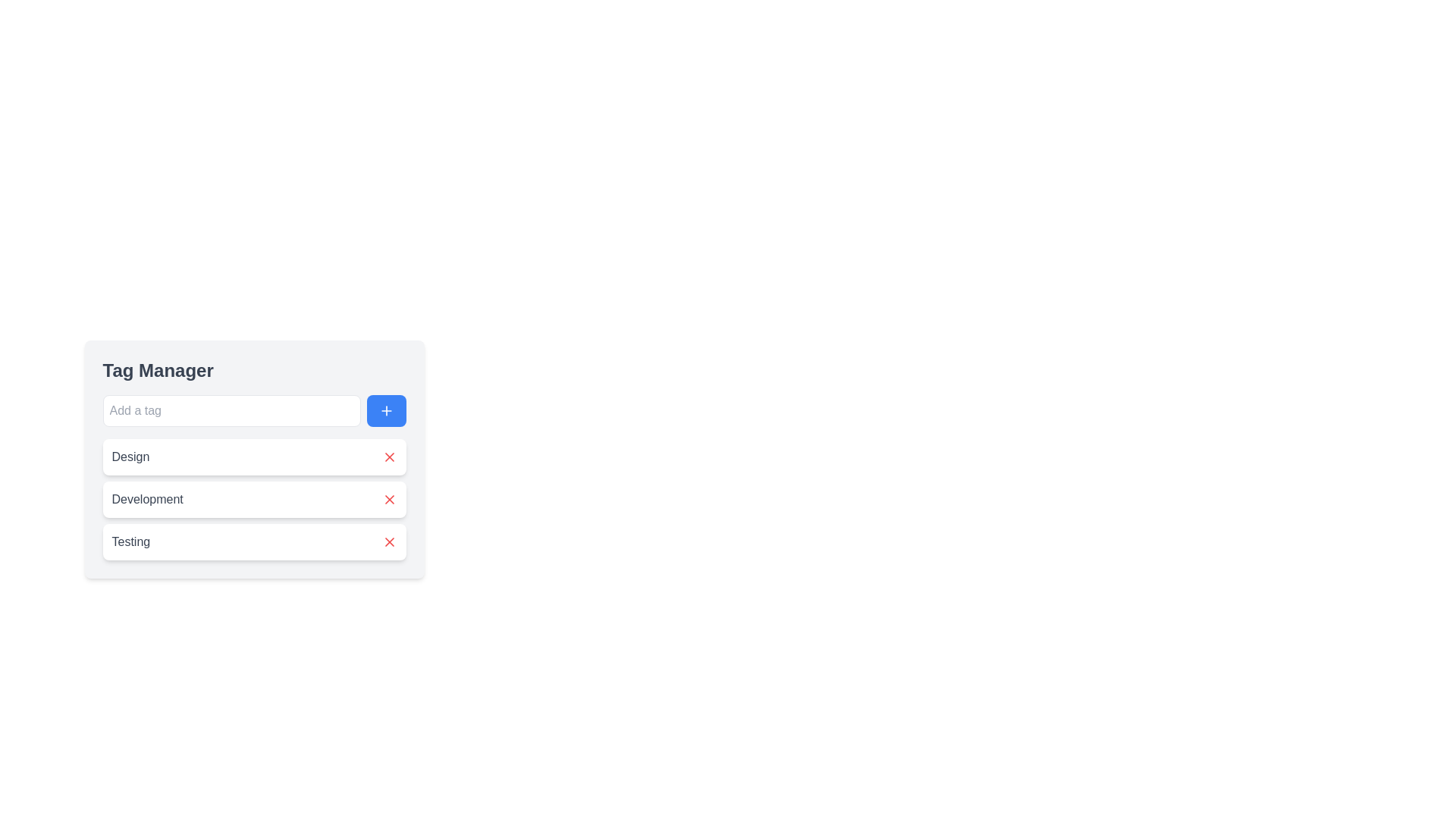 The height and width of the screenshot is (819, 1456). Describe the element at coordinates (254, 458) in the screenshot. I see `the first list item labeled 'Design' to potentially edit or interact with it` at that location.